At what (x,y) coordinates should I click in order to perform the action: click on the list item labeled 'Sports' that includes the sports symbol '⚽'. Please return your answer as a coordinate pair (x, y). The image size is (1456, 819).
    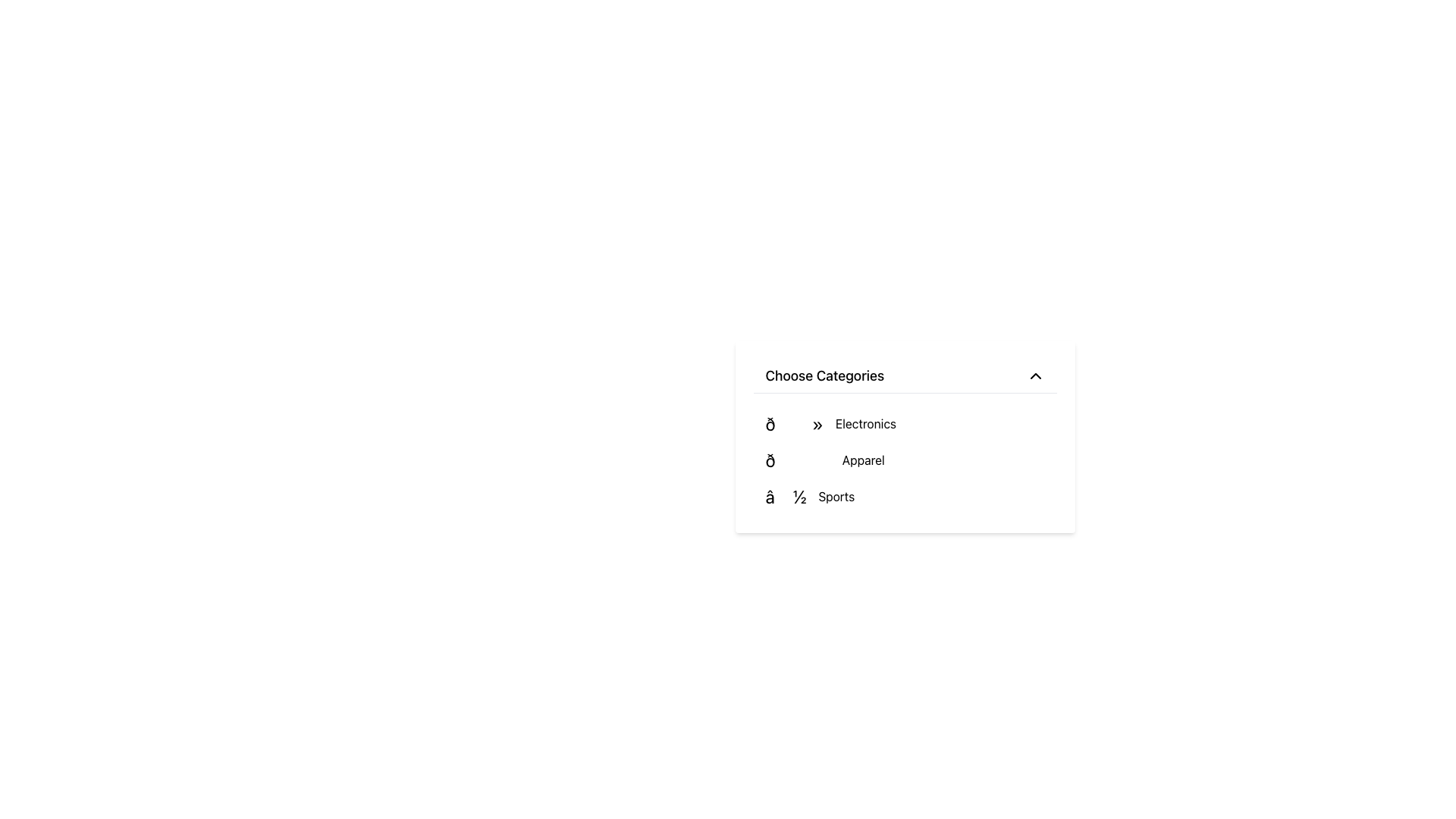
    Looking at the image, I should click on (905, 497).